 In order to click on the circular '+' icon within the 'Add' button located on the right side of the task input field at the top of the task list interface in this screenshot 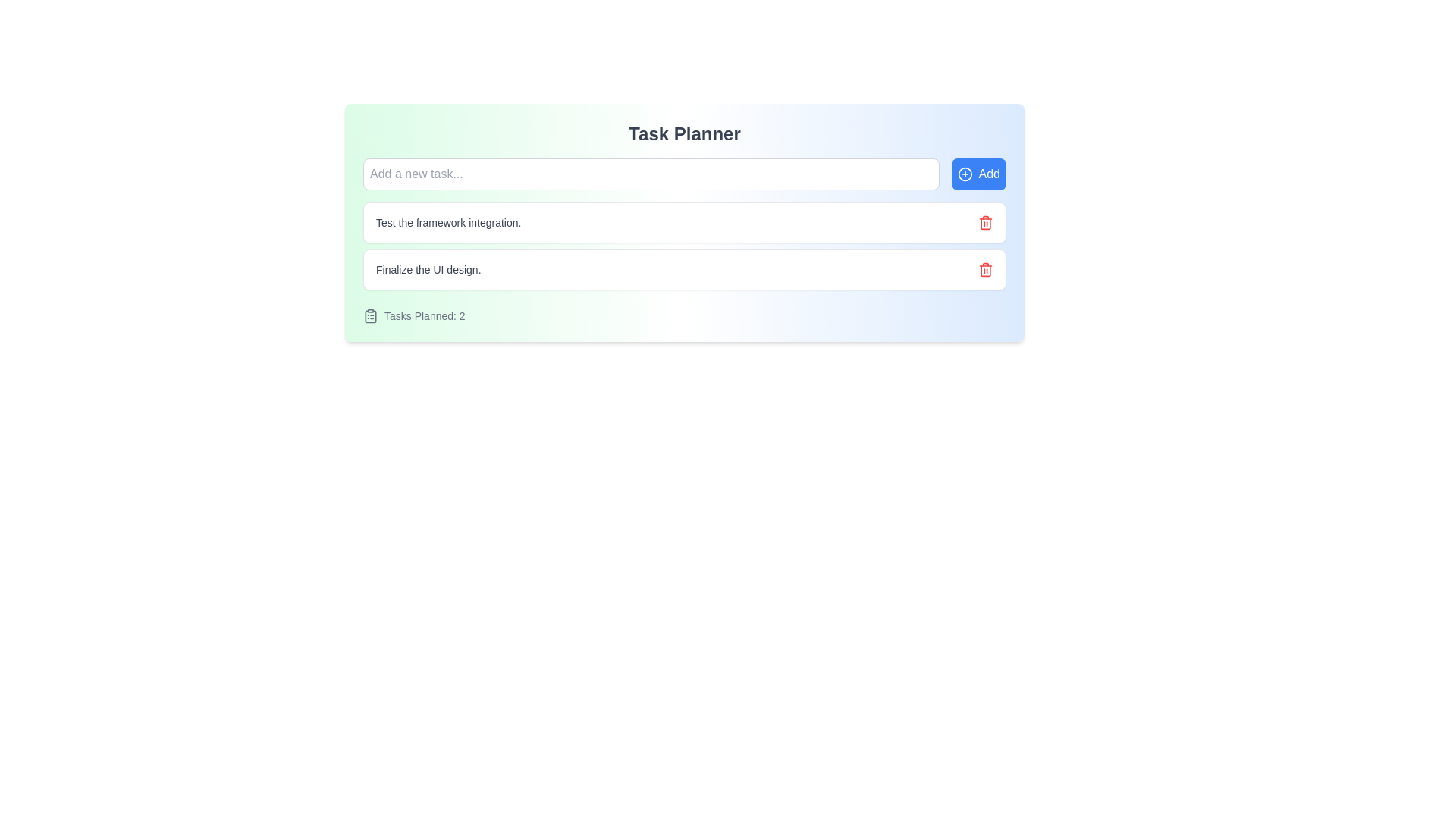, I will do `click(964, 174)`.